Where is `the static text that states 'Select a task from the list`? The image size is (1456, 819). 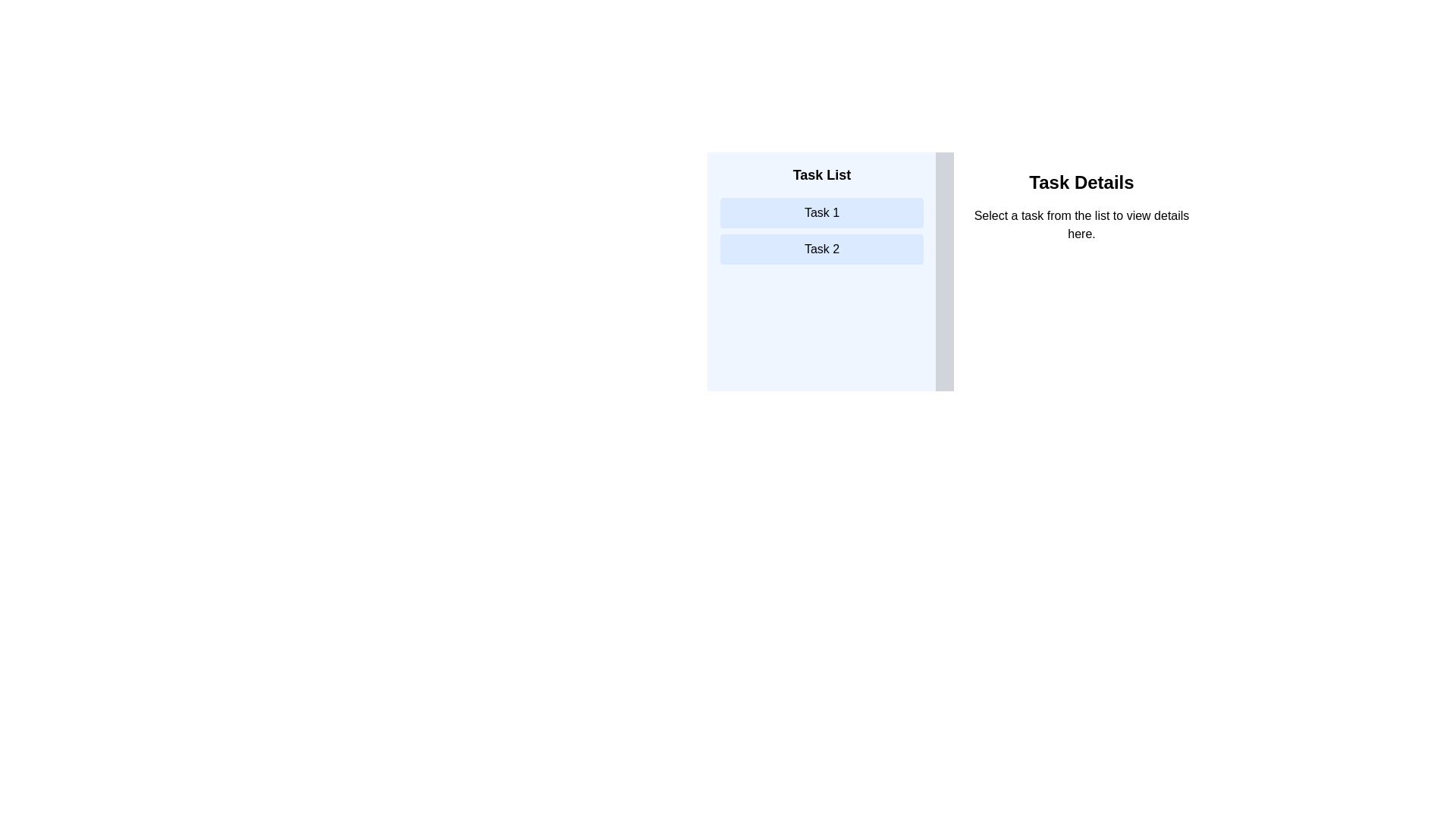
the static text that states 'Select a task from the list is located at coordinates (1081, 225).